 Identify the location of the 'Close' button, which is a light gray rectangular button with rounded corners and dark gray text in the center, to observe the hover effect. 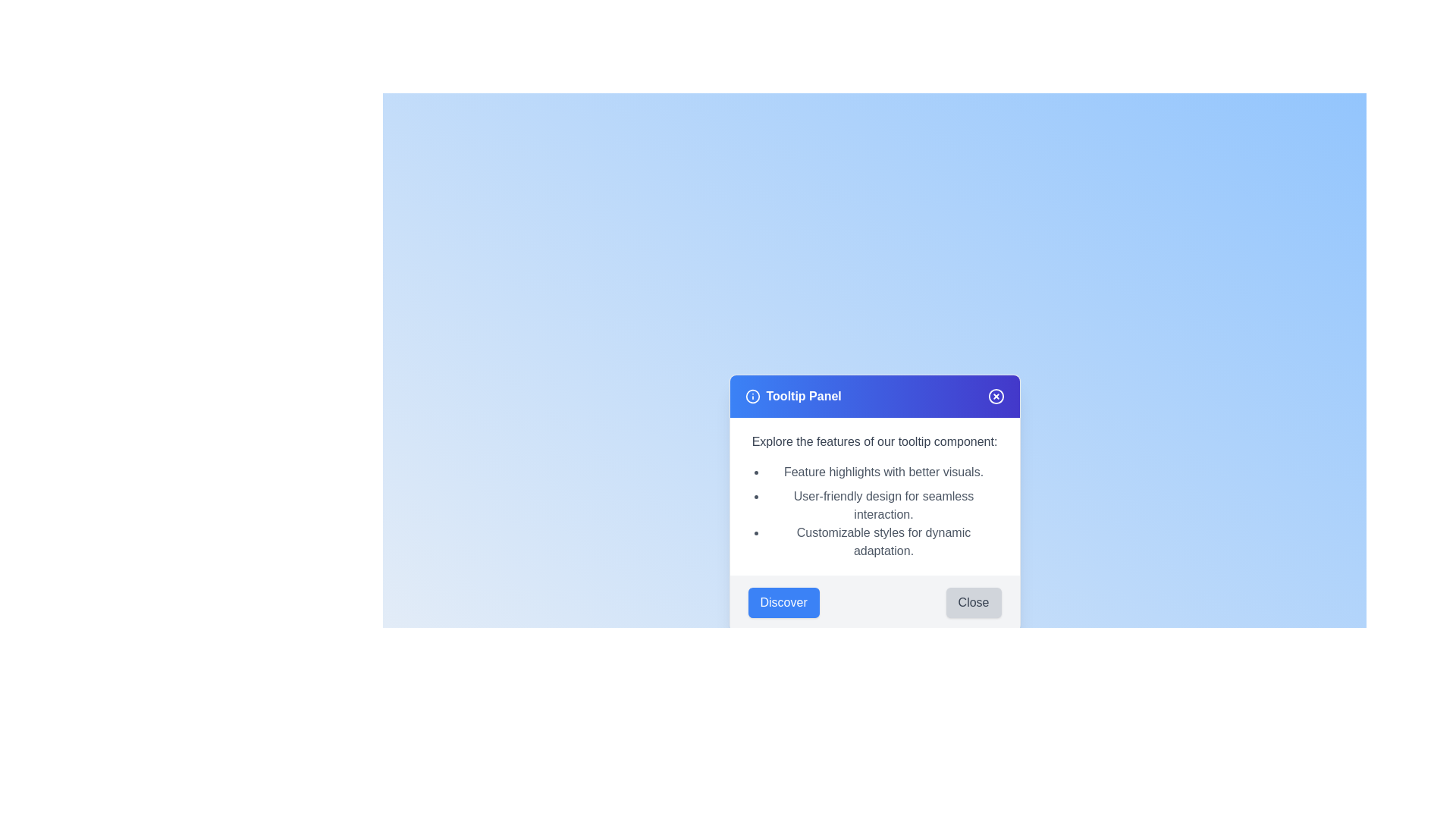
(974, 601).